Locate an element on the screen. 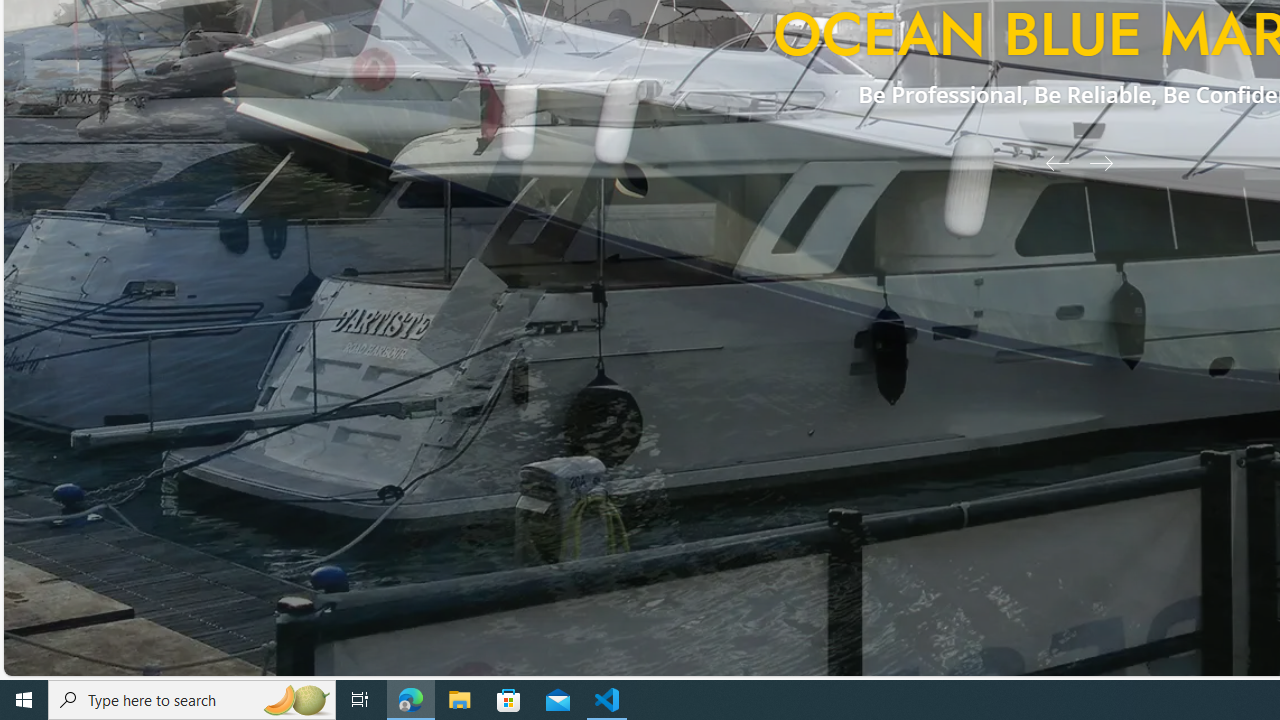  'Next Slide' is located at coordinates (1108, 161).